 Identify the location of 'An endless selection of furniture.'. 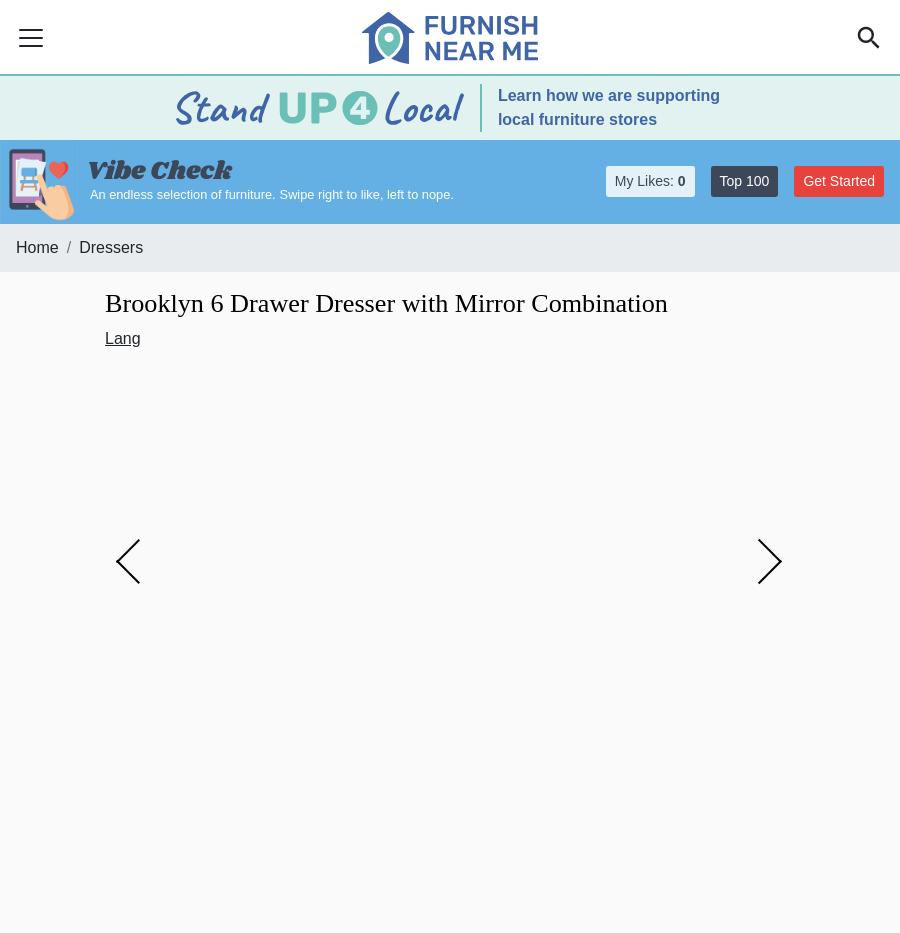
(88, 194).